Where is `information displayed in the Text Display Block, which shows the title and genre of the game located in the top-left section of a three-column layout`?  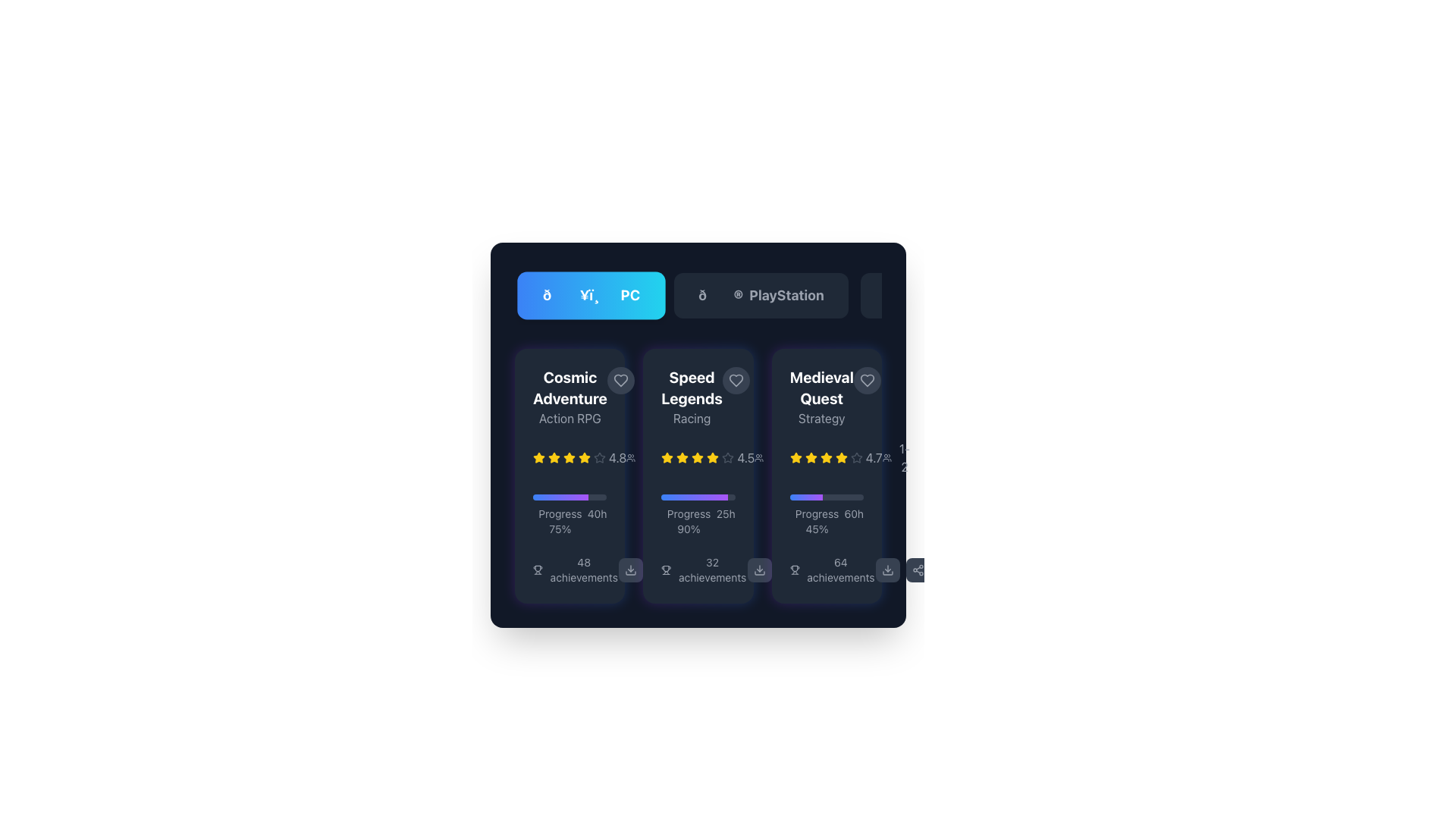
information displayed in the Text Display Block, which shows the title and genre of the game located in the top-left section of a three-column layout is located at coordinates (569, 397).